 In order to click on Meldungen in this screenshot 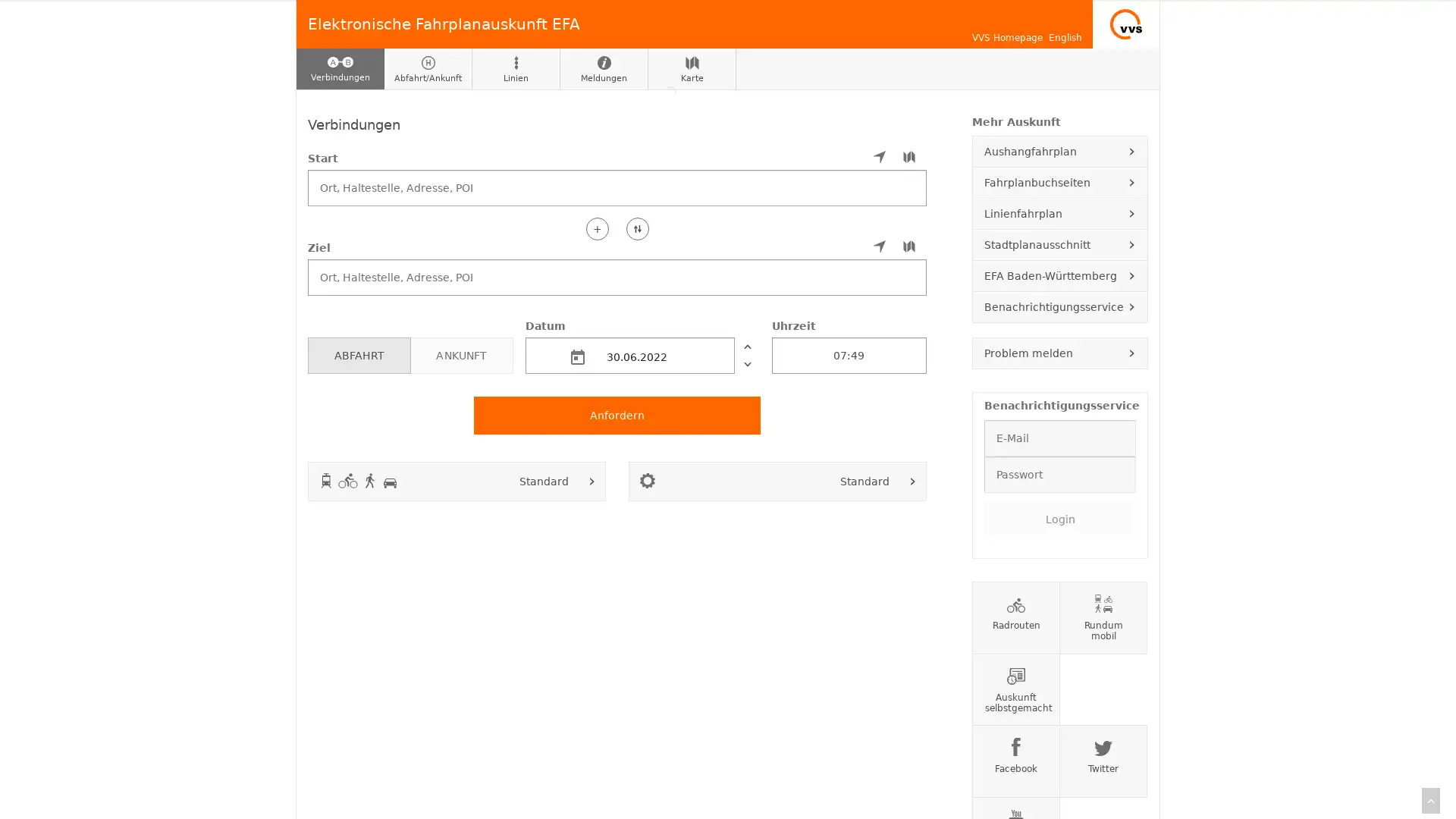, I will do `click(603, 69)`.